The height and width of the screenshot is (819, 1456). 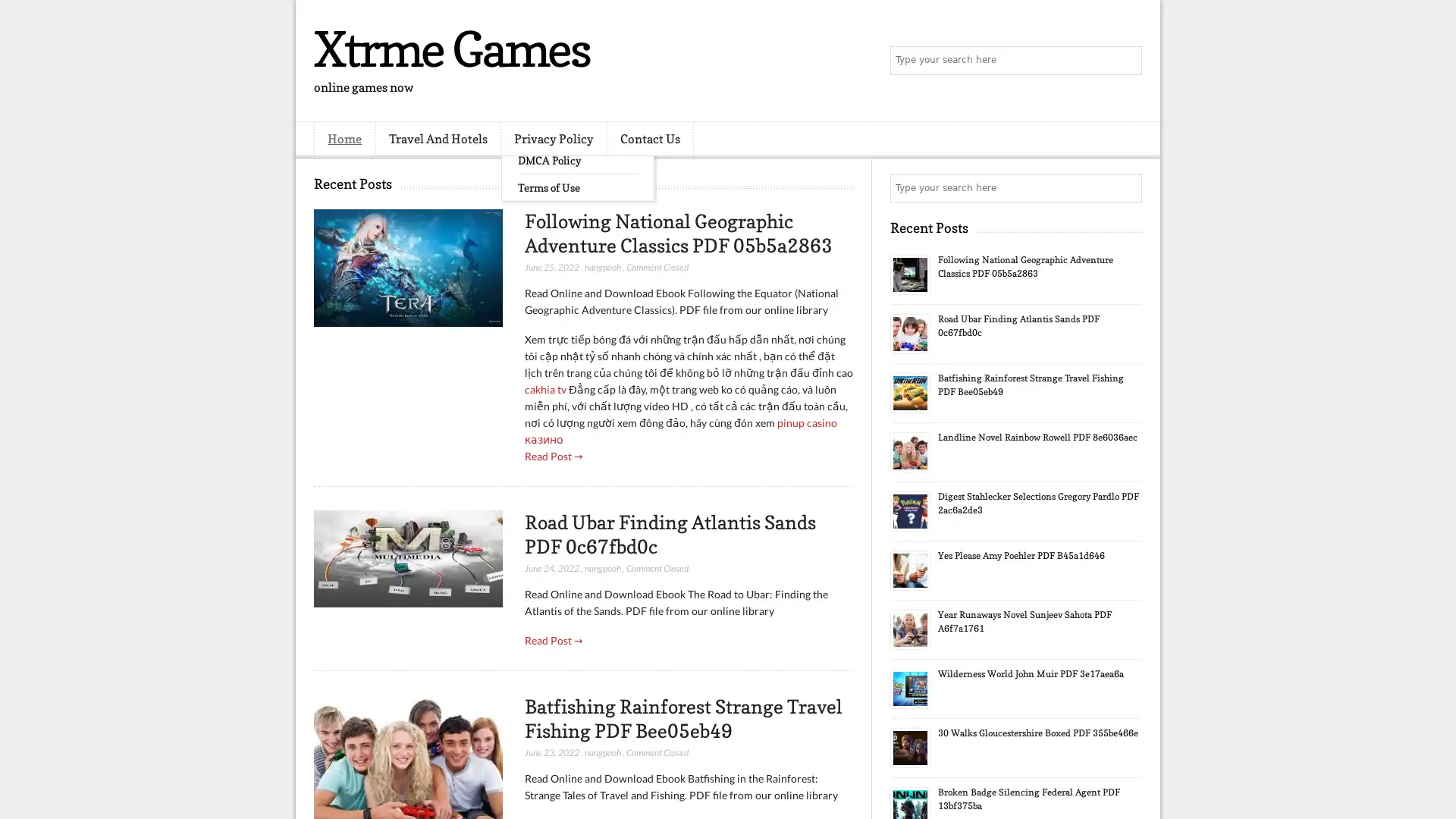 I want to click on Search, so click(x=1126, y=61).